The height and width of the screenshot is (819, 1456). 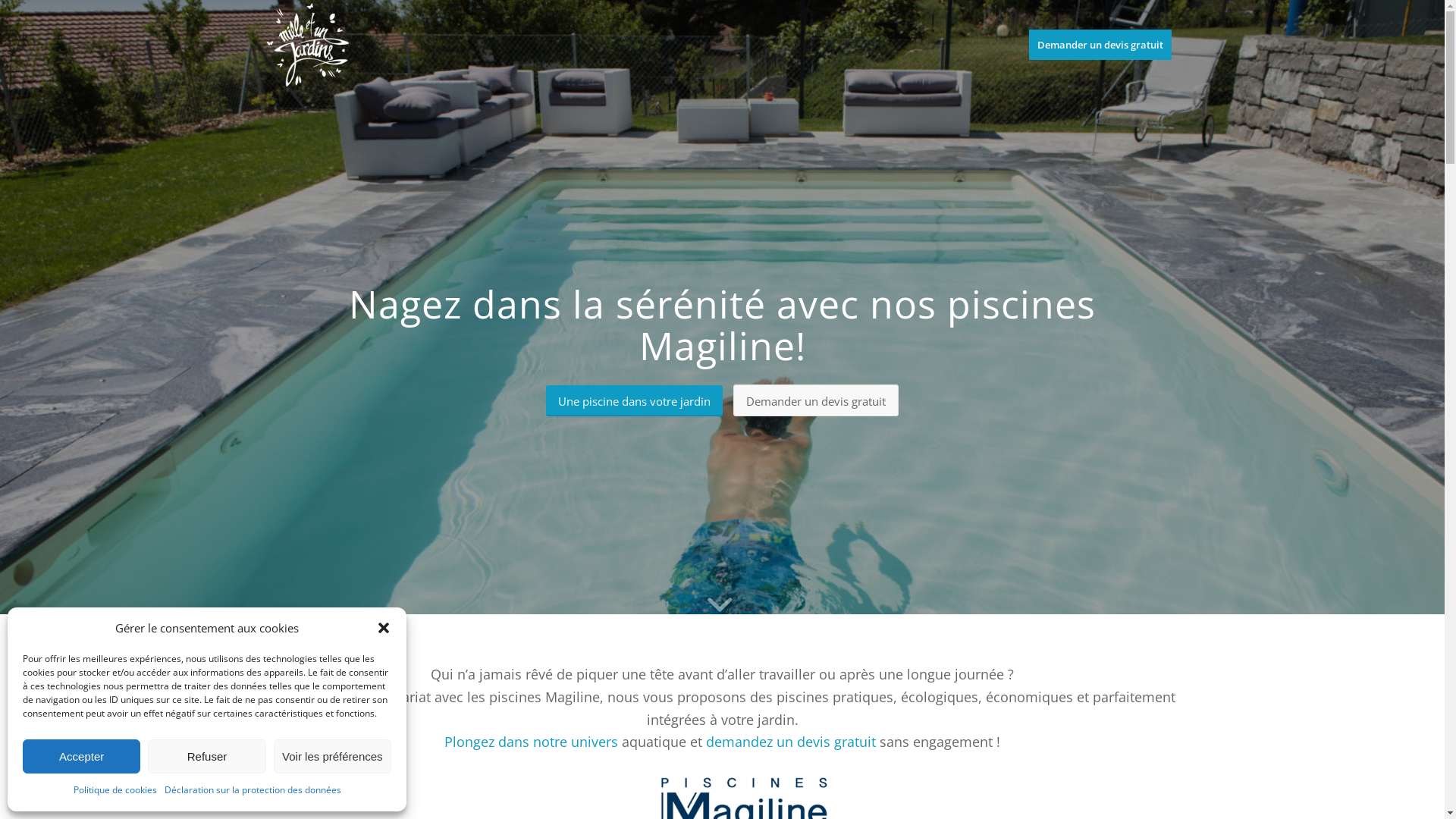 What do you see at coordinates (814, 400) in the screenshot?
I see `'Demander un devis gratuit'` at bounding box center [814, 400].